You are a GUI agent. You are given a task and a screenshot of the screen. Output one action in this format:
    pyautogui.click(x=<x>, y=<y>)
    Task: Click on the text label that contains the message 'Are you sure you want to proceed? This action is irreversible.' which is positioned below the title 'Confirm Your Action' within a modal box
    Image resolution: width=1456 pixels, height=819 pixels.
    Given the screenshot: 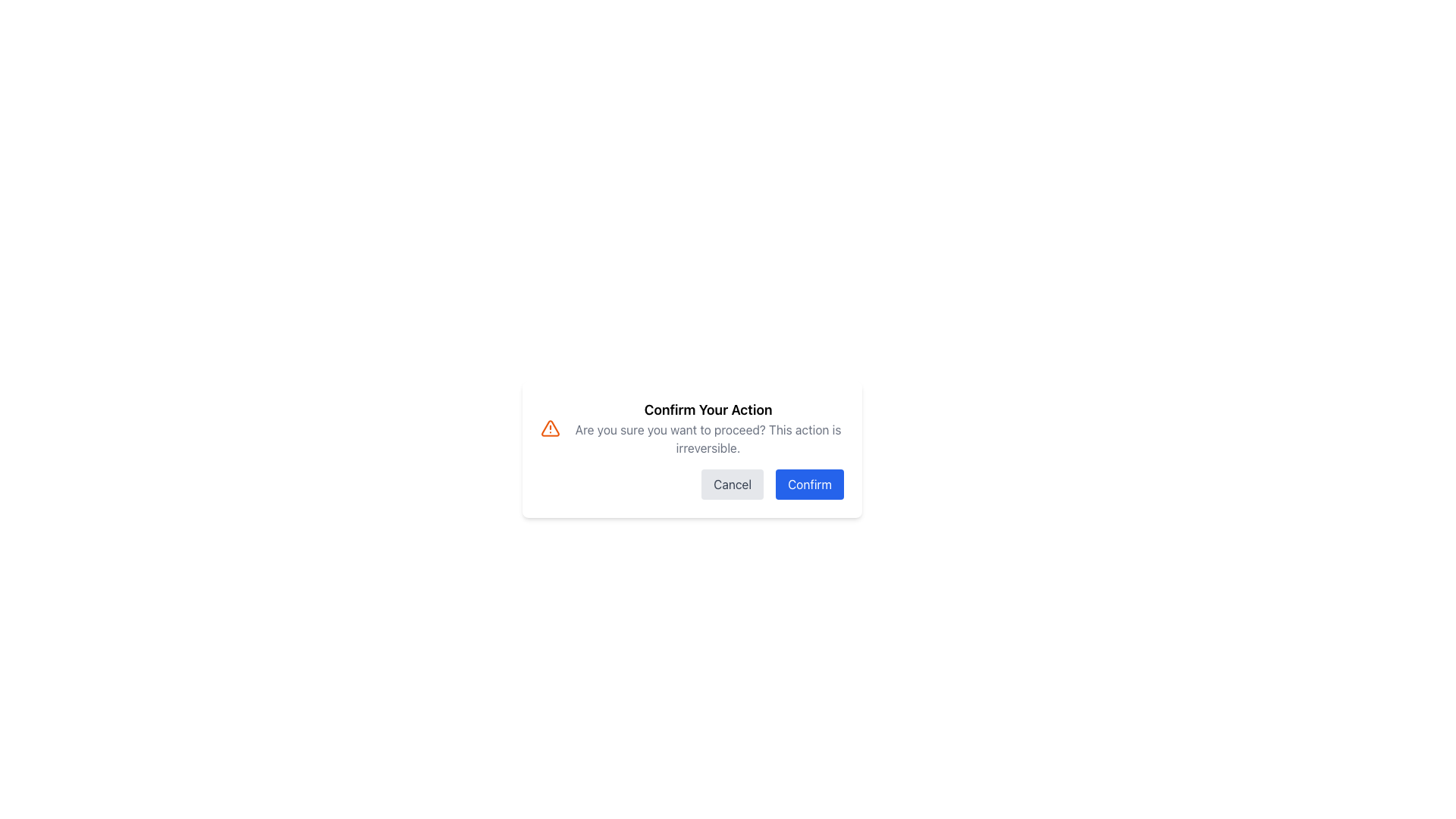 What is the action you would take?
    pyautogui.click(x=708, y=438)
    